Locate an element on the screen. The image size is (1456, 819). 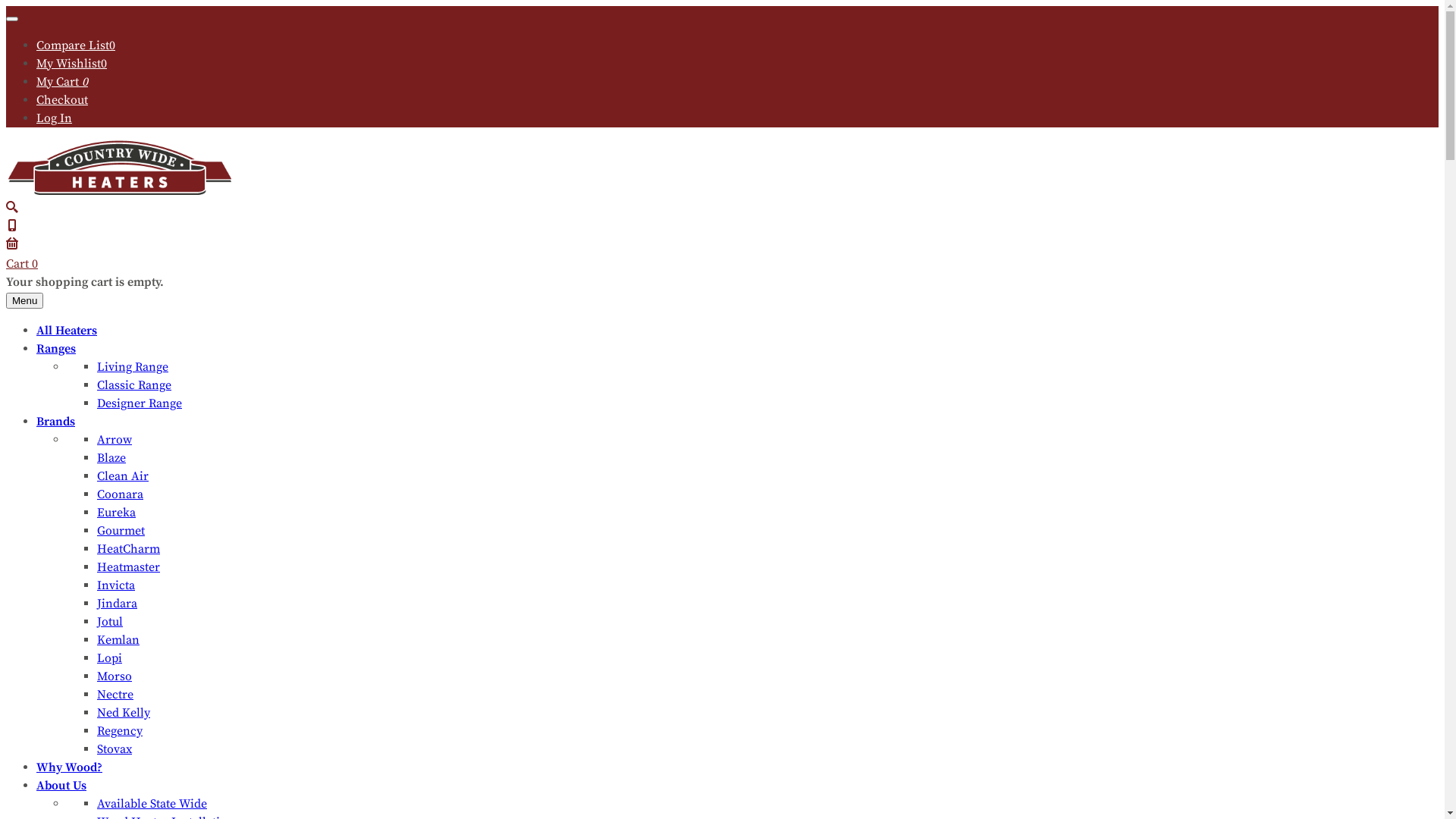
'Classic Range' is located at coordinates (134, 384).